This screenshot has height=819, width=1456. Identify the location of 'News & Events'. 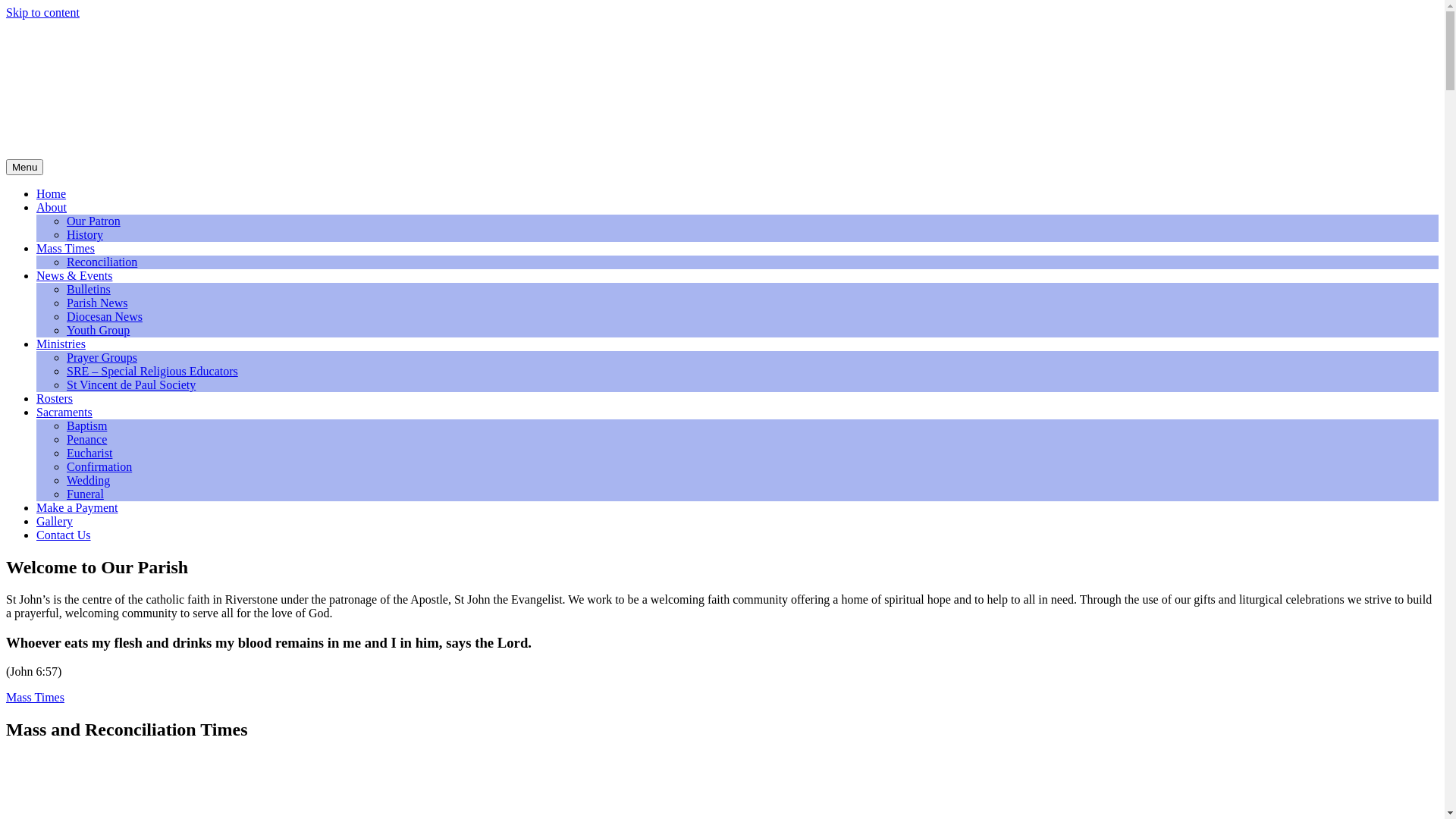
(73, 275).